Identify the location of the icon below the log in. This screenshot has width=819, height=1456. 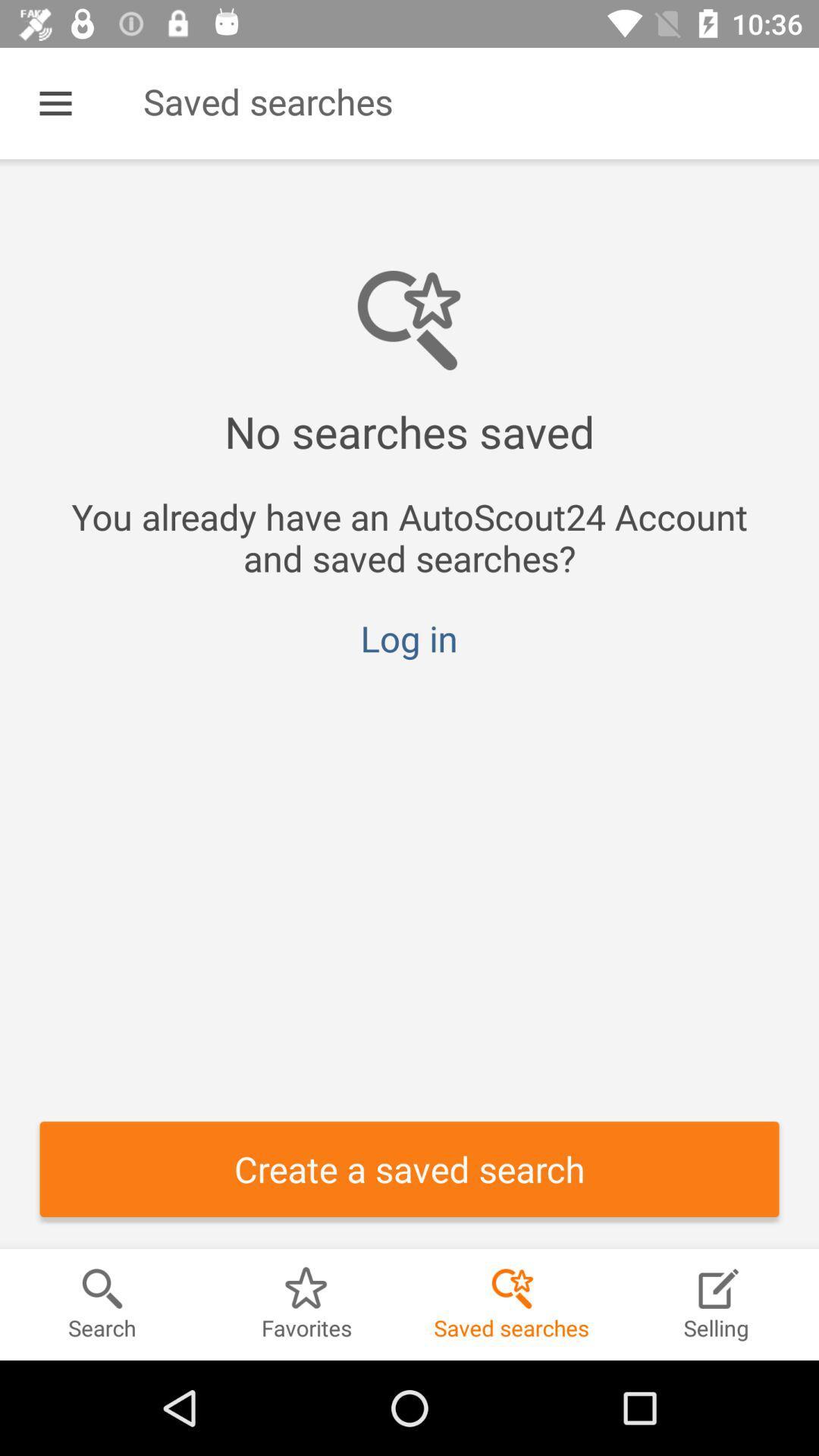
(409, 1168).